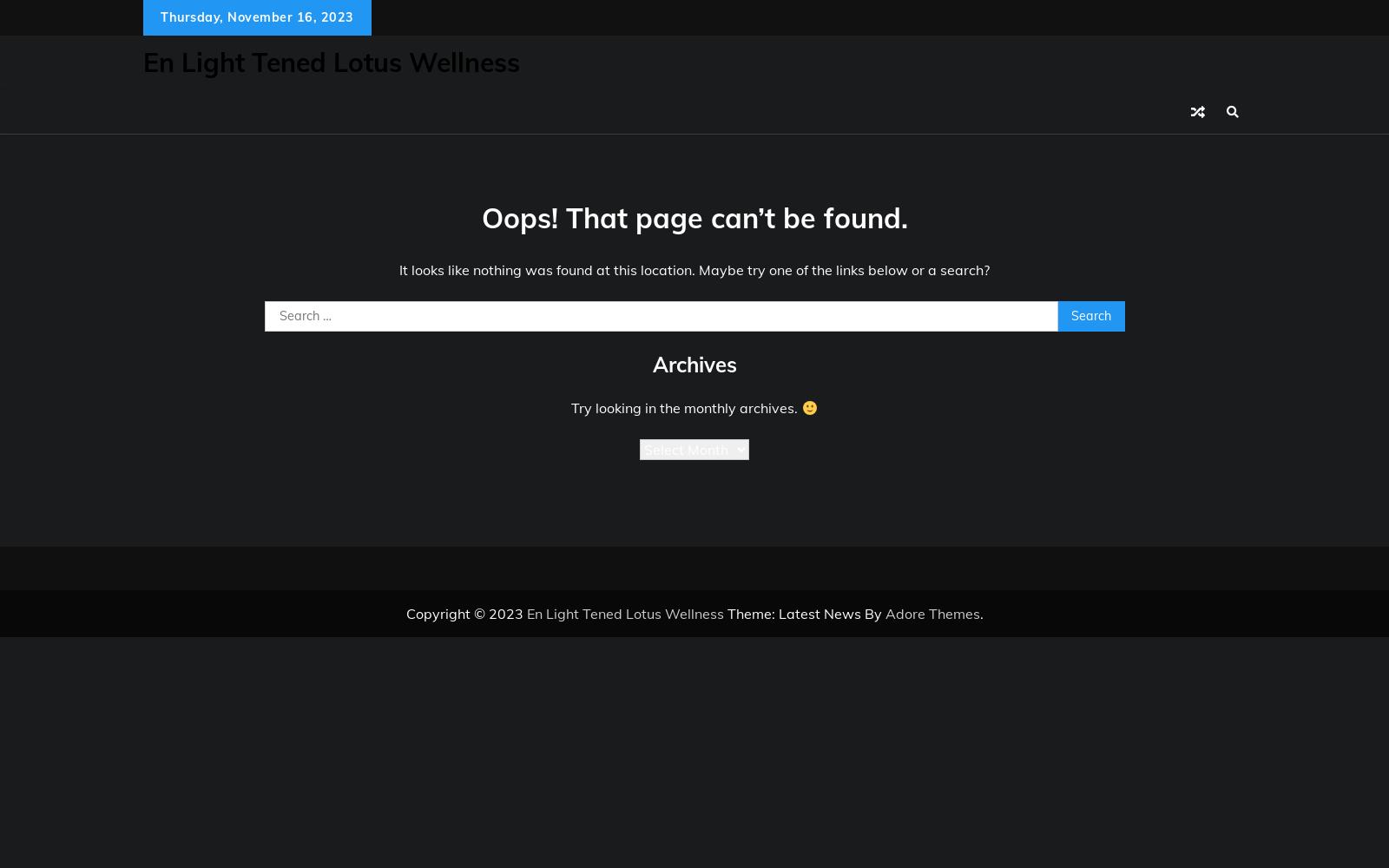 The image size is (1389, 868). What do you see at coordinates (931, 613) in the screenshot?
I see `'Adore Themes'` at bounding box center [931, 613].